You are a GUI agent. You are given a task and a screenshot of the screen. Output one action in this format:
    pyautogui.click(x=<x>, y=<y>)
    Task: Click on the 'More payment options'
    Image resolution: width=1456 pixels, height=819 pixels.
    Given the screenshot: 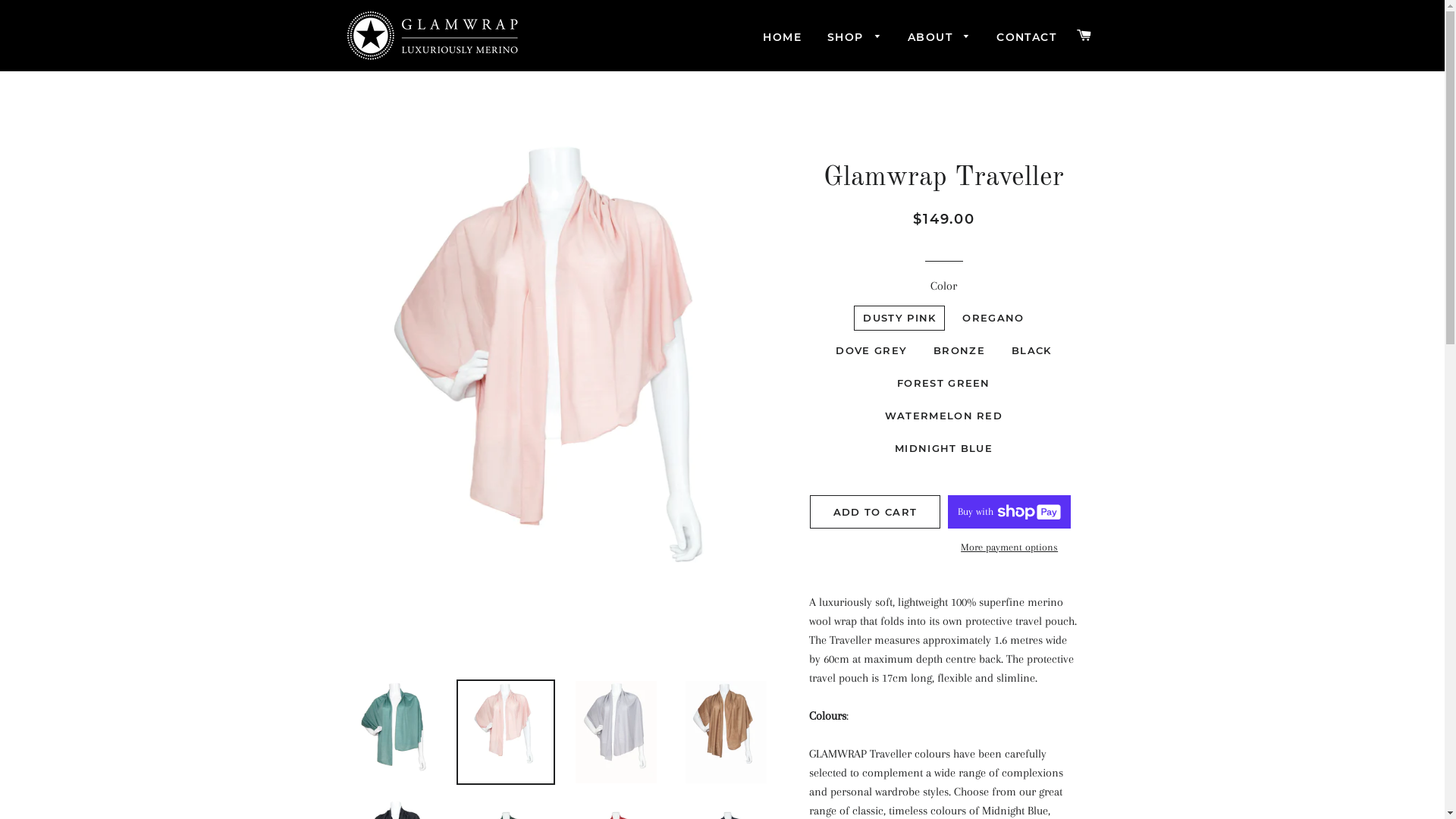 What is the action you would take?
    pyautogui.click(x=1009, y=547)
    